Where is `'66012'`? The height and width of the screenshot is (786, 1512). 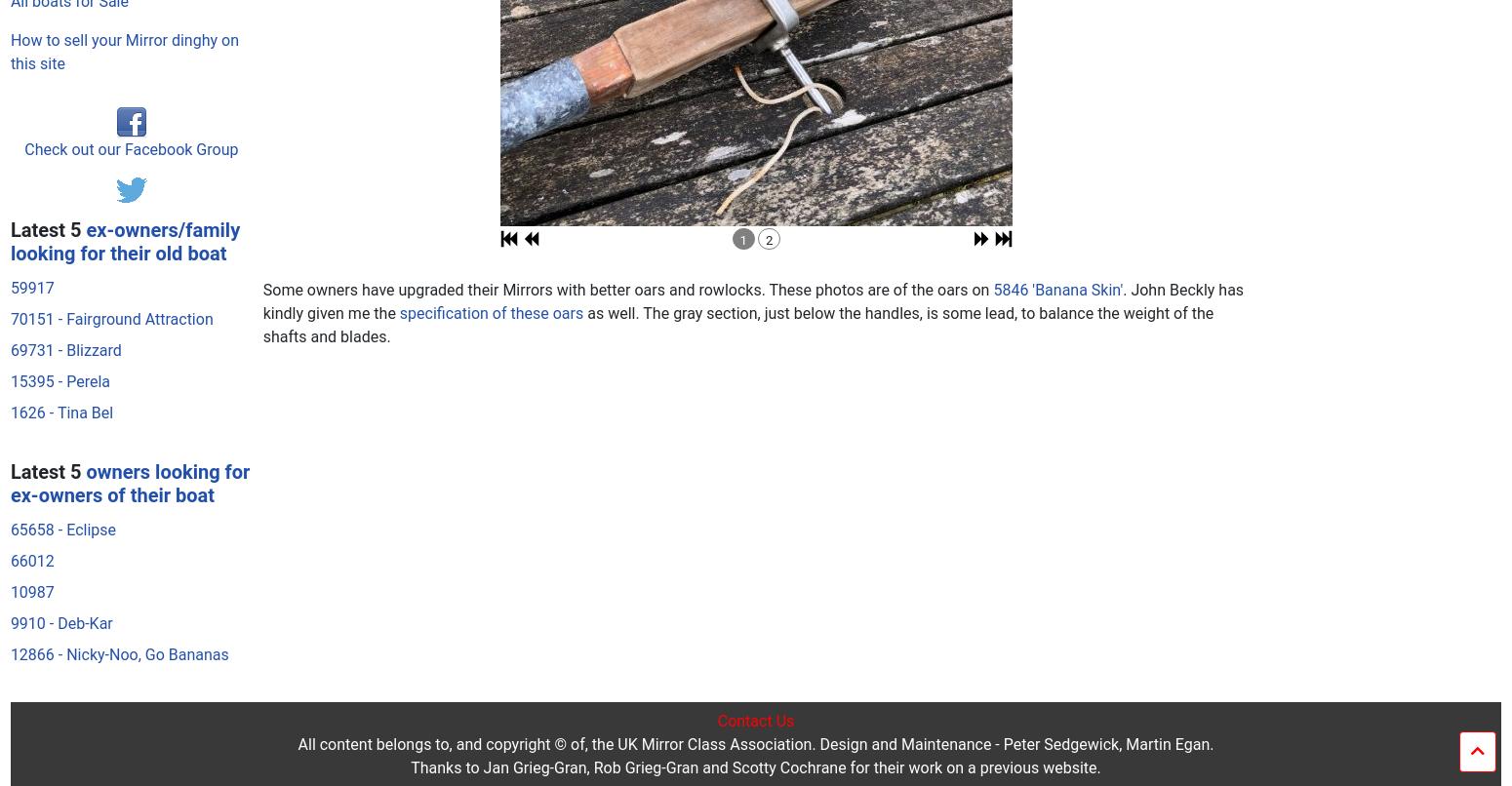
'66012' is located at coordinates (30, 182).